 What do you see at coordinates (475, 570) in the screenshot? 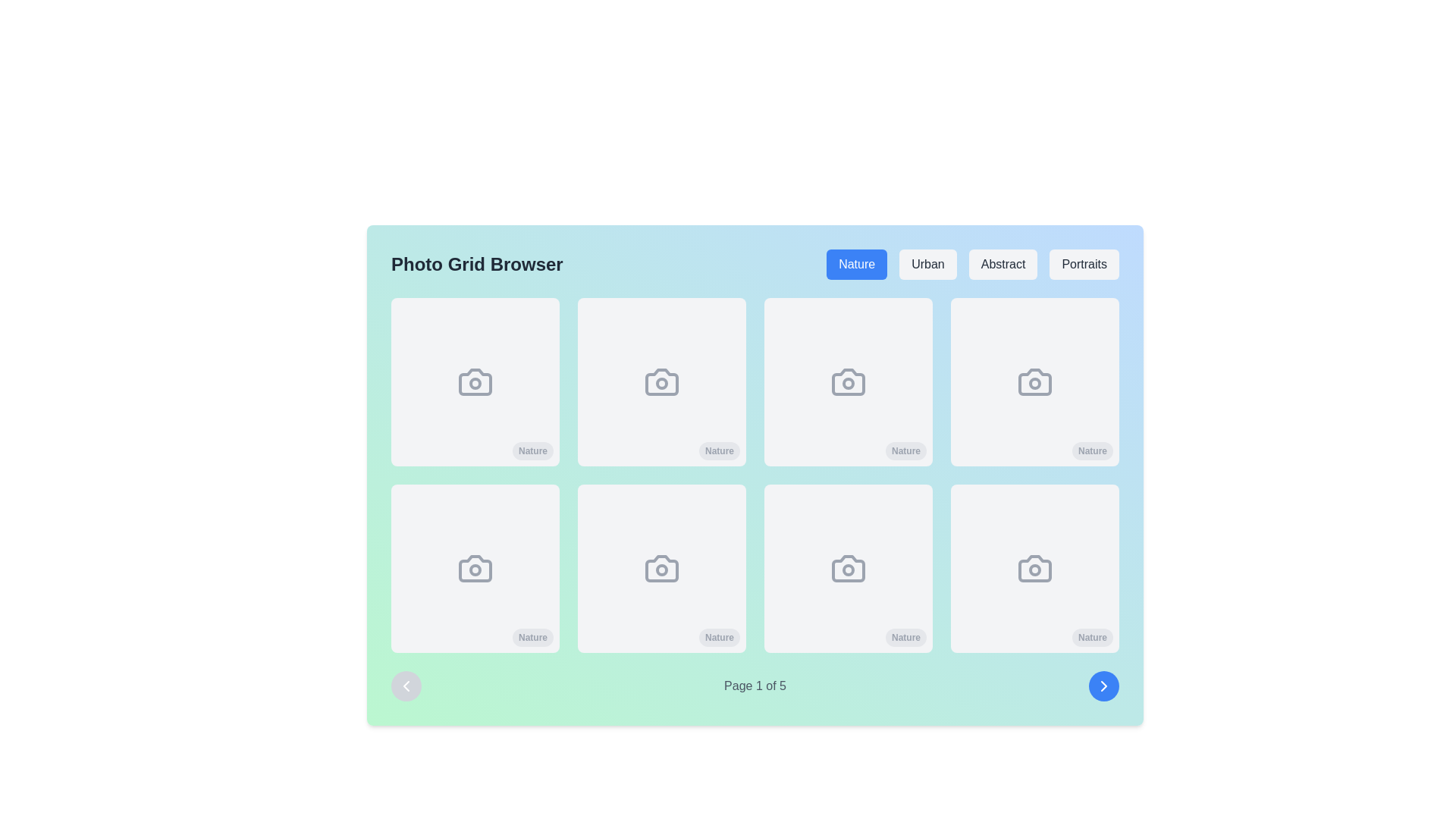
I see `the SVG Circle that represents the lens detail of the camera icon positioned in the center of the lower-left image within the third row of the grid` at bounding box center [475, 570].